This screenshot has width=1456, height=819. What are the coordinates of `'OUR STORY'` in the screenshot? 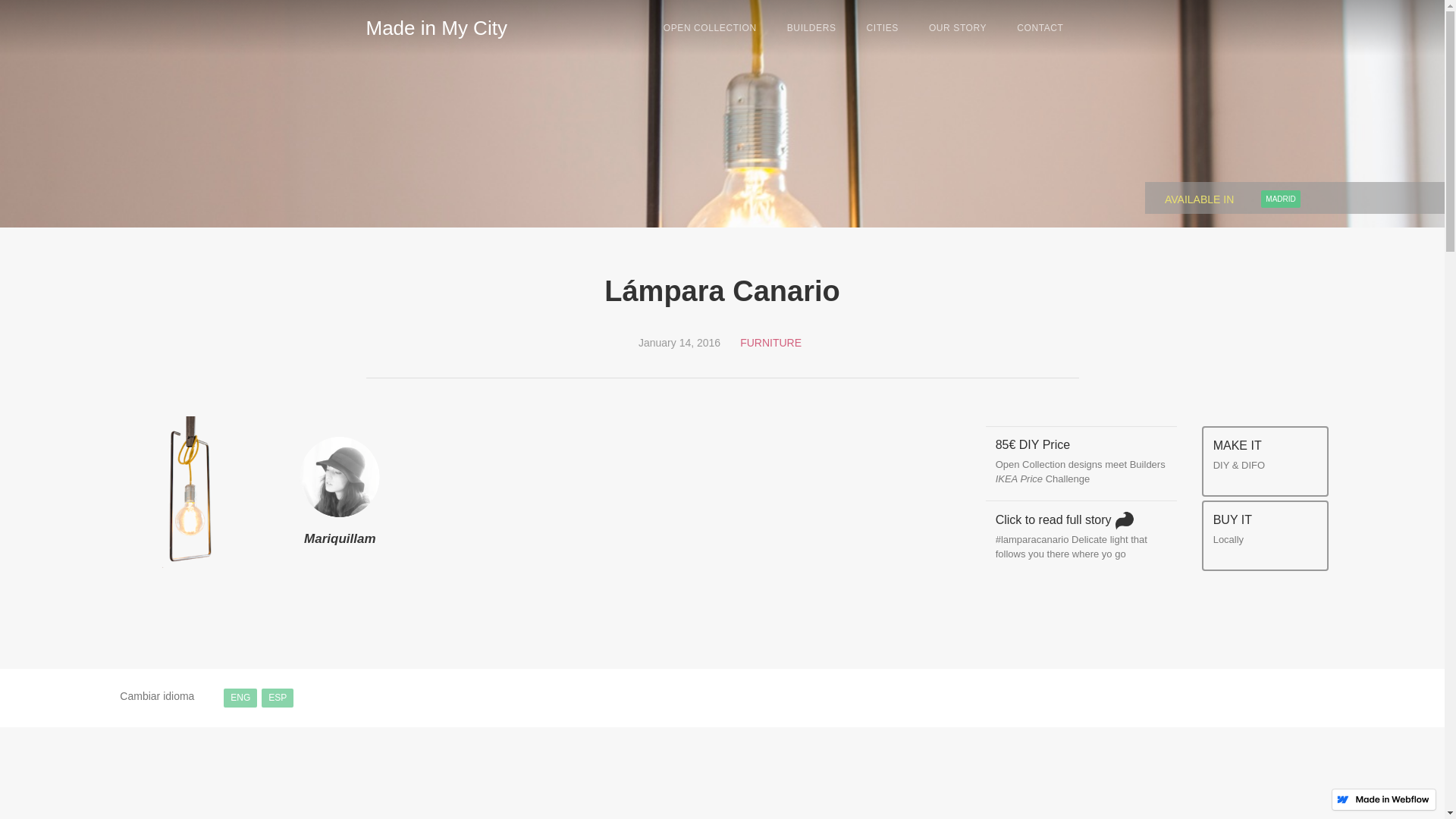 It's located at (956, 28).